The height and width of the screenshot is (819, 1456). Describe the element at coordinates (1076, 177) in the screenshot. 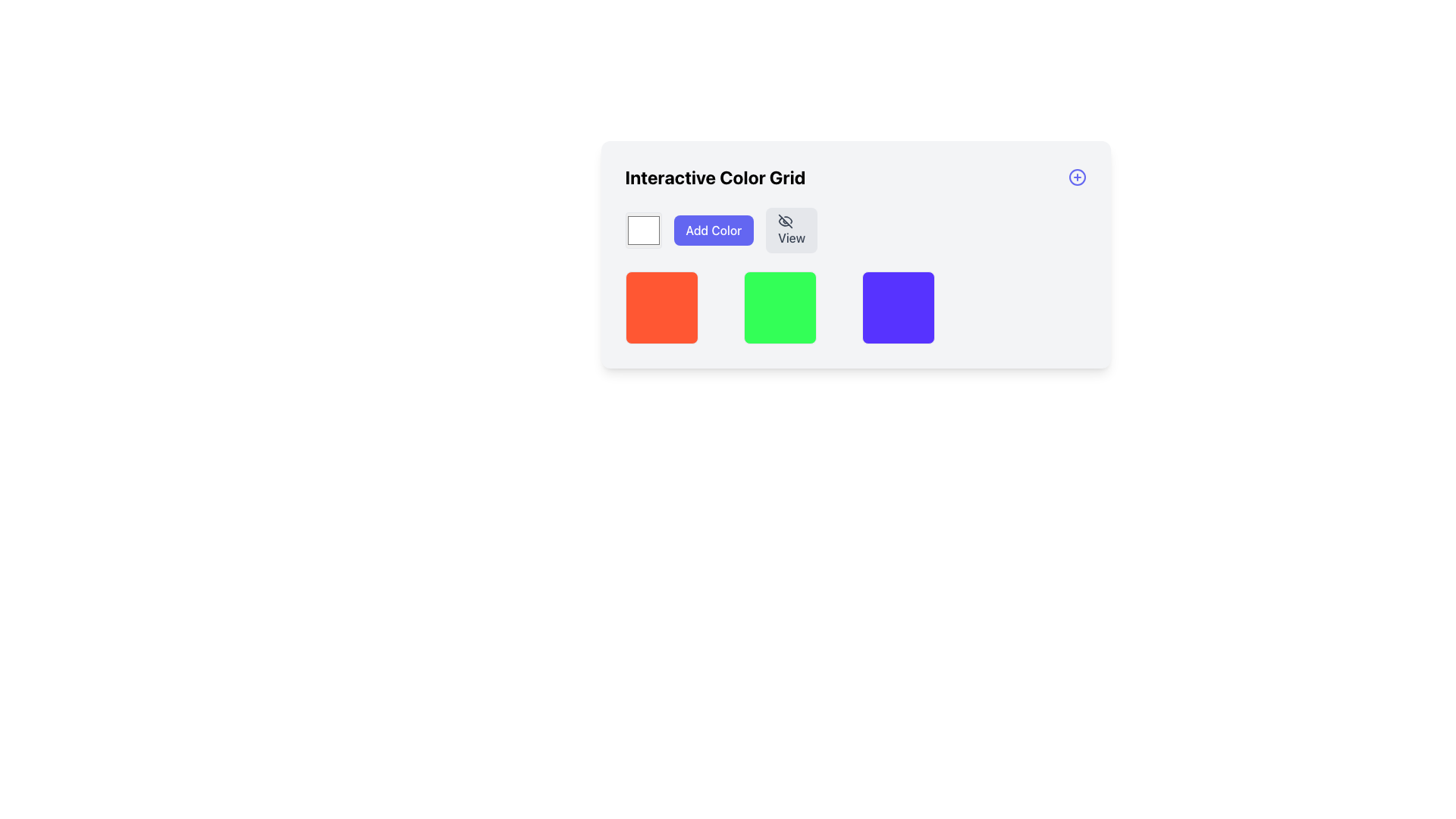

I see `the add icon in the top-right corner of the 'Interactive Color Grid' interface` at that location.